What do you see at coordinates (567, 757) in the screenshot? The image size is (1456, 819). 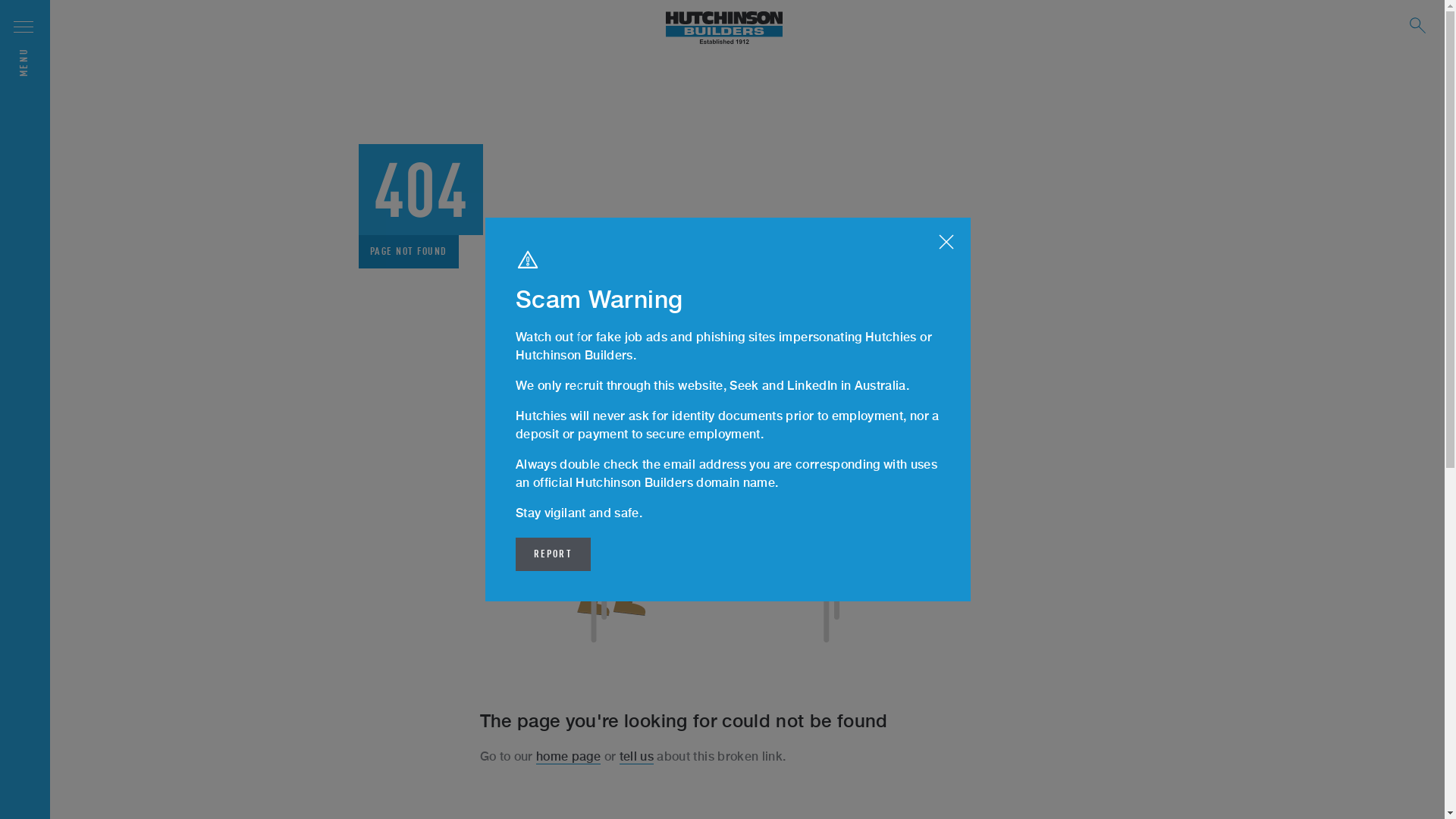 I see `'home page'` at bounding box center [567, 757].